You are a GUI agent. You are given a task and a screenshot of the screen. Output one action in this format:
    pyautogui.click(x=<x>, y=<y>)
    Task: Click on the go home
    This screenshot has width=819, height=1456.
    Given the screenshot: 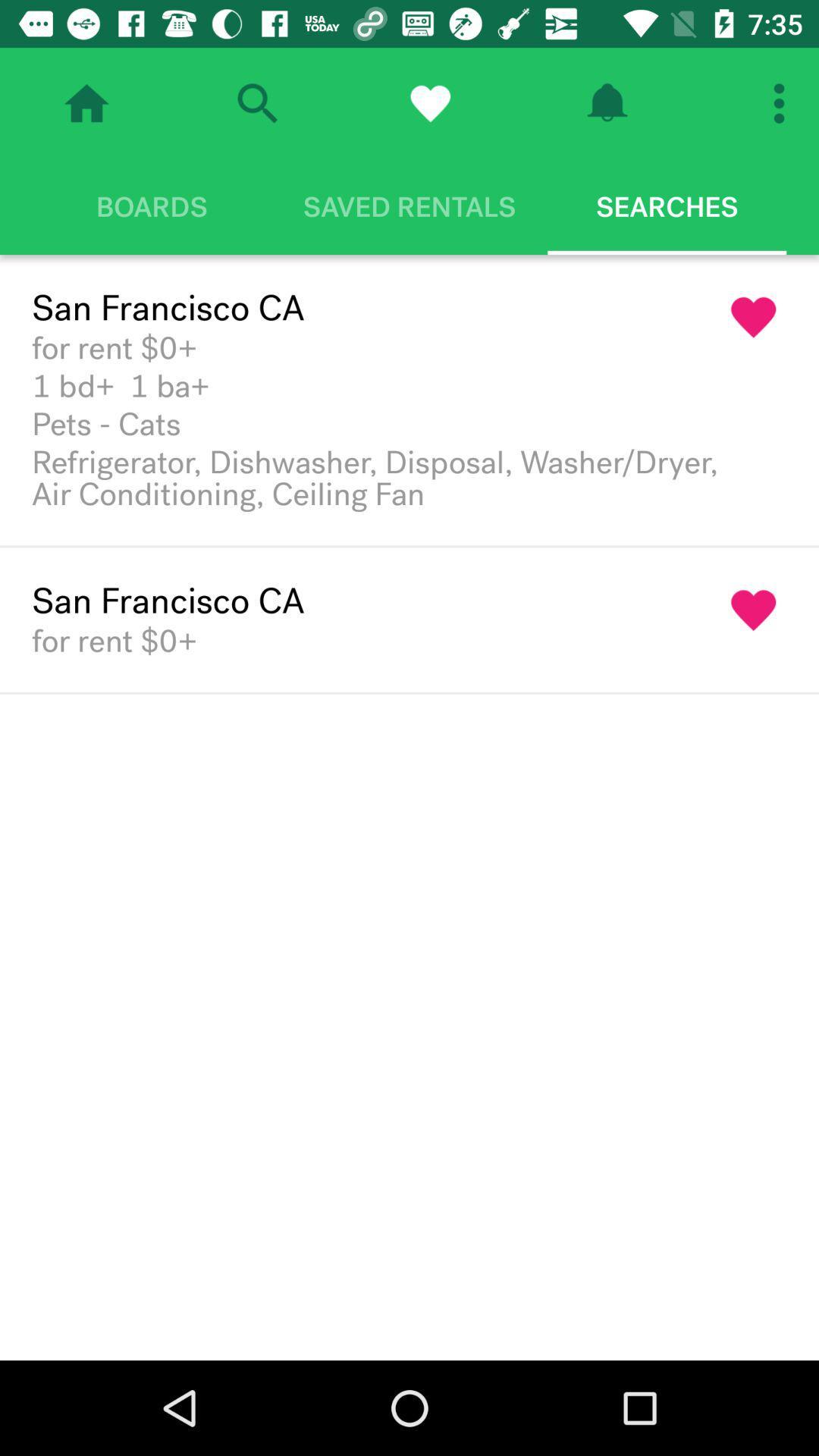 What is the action you would take?
    pyautogui.click(x=86, y=102)
    